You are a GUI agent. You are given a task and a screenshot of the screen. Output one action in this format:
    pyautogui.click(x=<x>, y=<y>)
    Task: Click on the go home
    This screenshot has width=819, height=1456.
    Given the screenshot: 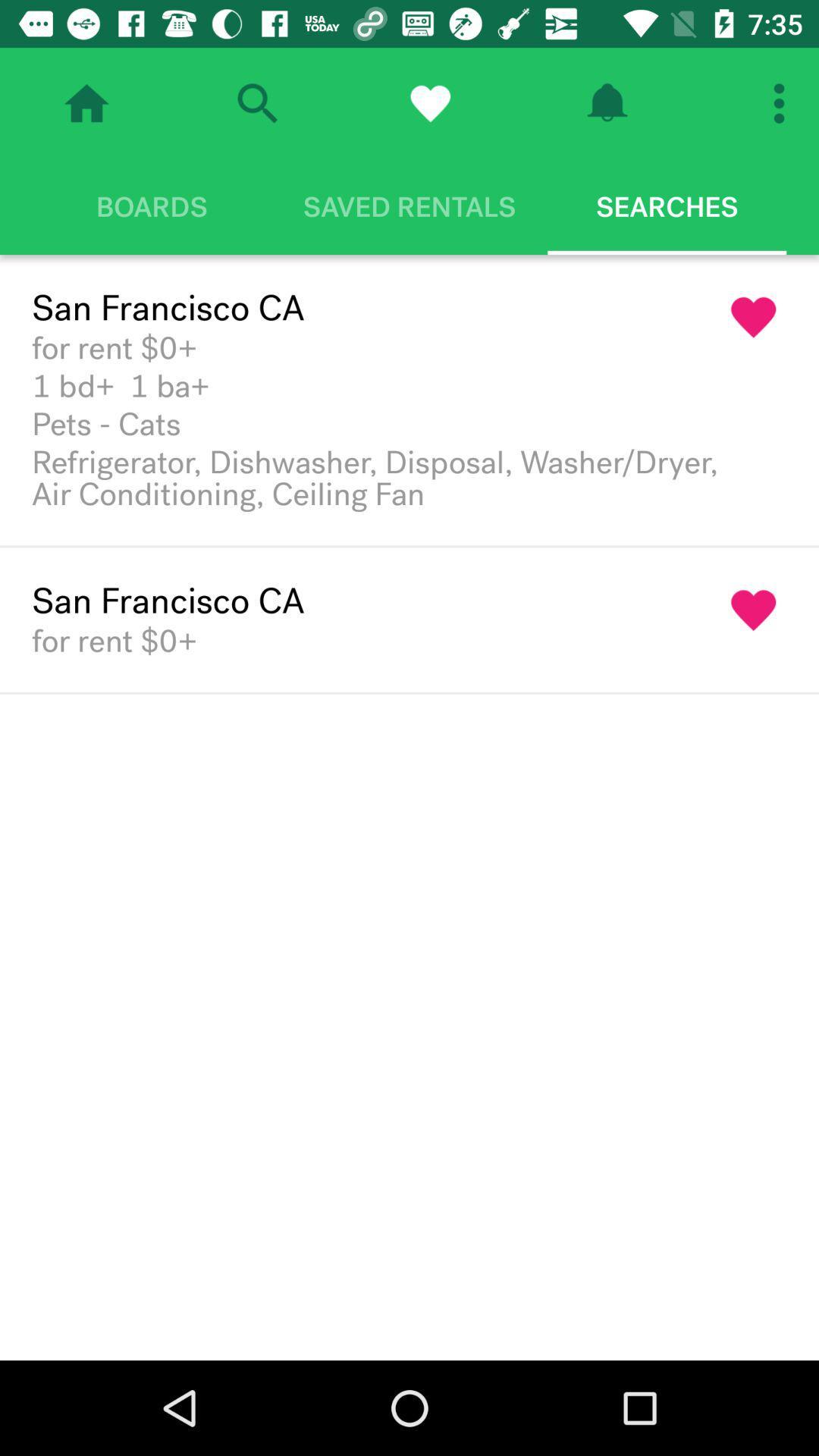 What is the action you would take?
    pyautogui.click(x=86, y=102)
    